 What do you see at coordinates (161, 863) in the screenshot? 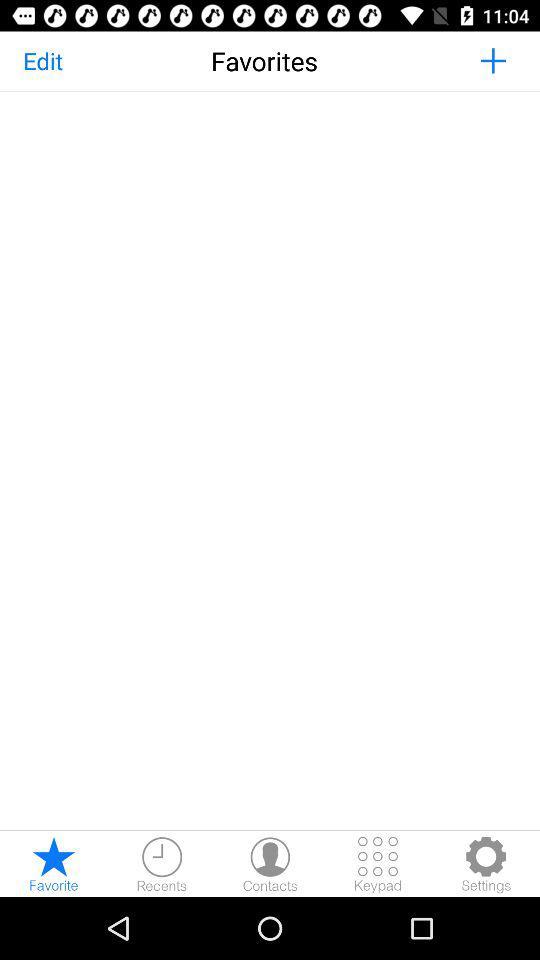
I see `the time icon` at bounding box center [161, 863].